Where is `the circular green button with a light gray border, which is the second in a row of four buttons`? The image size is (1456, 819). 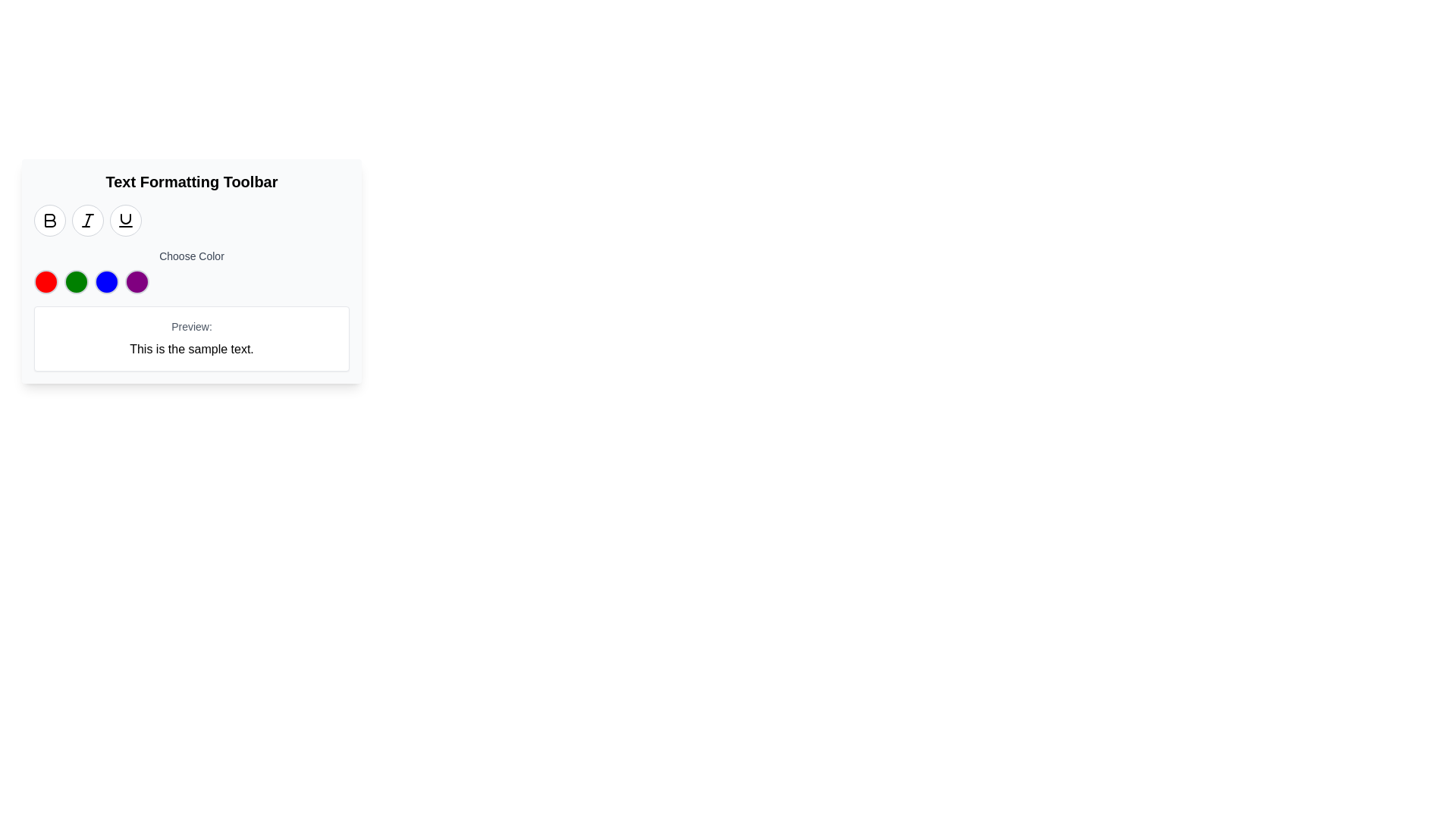
the circular green button with a light gray border, which is the second in a row of four buttons is located at coordinates (75, 281).